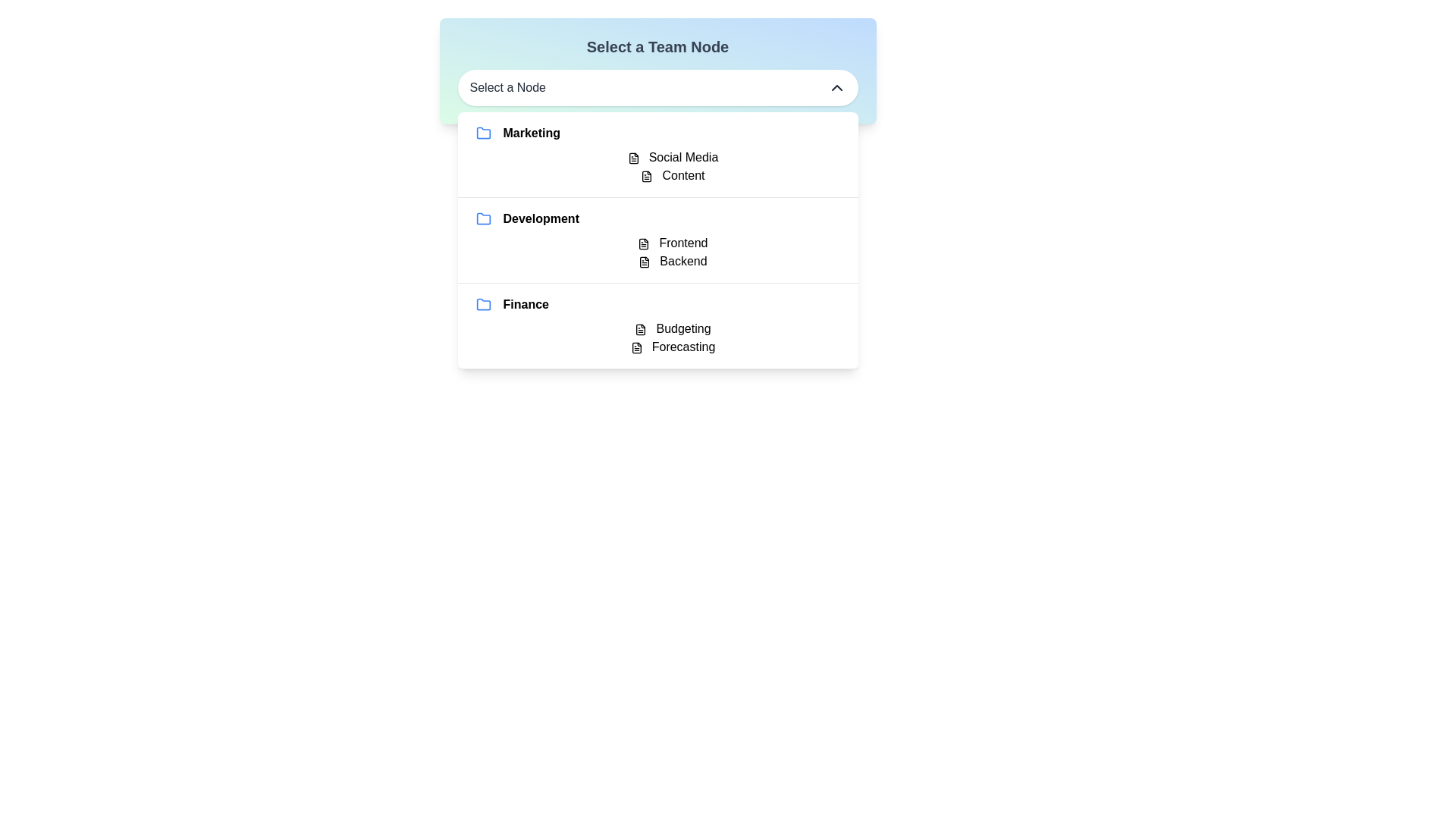 The width and height of the screenshot is (1456, 819). Describe the element at coordinates (672, 328) in the screenshot. I see `the clickable text label displaying 'Budgeting' with a document icon, located in the 'Finance' section of the dropdown menu` at that location.